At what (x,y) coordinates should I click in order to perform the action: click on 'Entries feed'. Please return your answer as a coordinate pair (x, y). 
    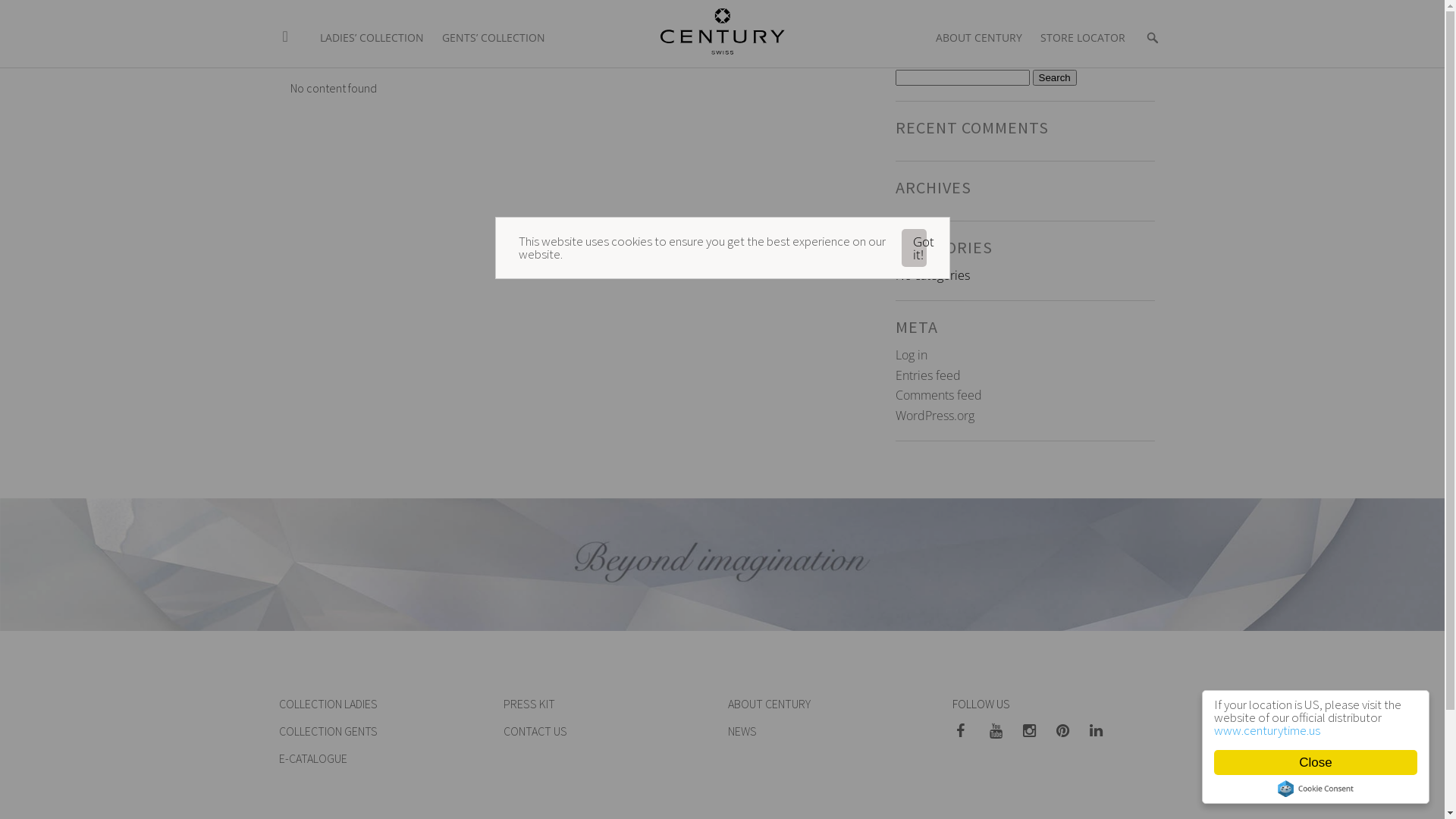
    Looking at the image, I should click on (927, 375).